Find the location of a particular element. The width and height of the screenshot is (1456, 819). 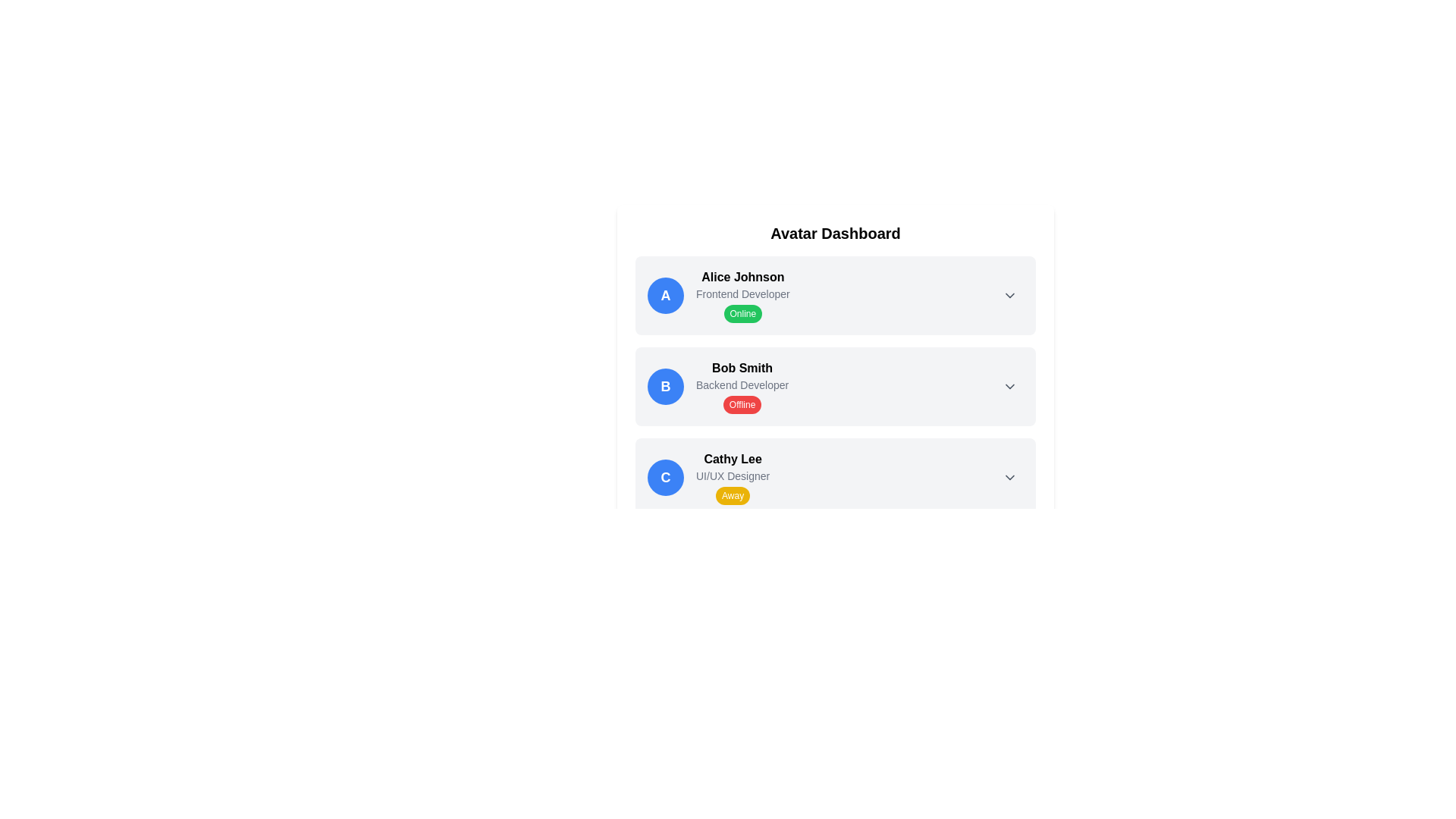

the chevron-down icon representing a downward arrow, which is located in the user list for 'Cathy Lee' is located at coordinates (1009, 476).